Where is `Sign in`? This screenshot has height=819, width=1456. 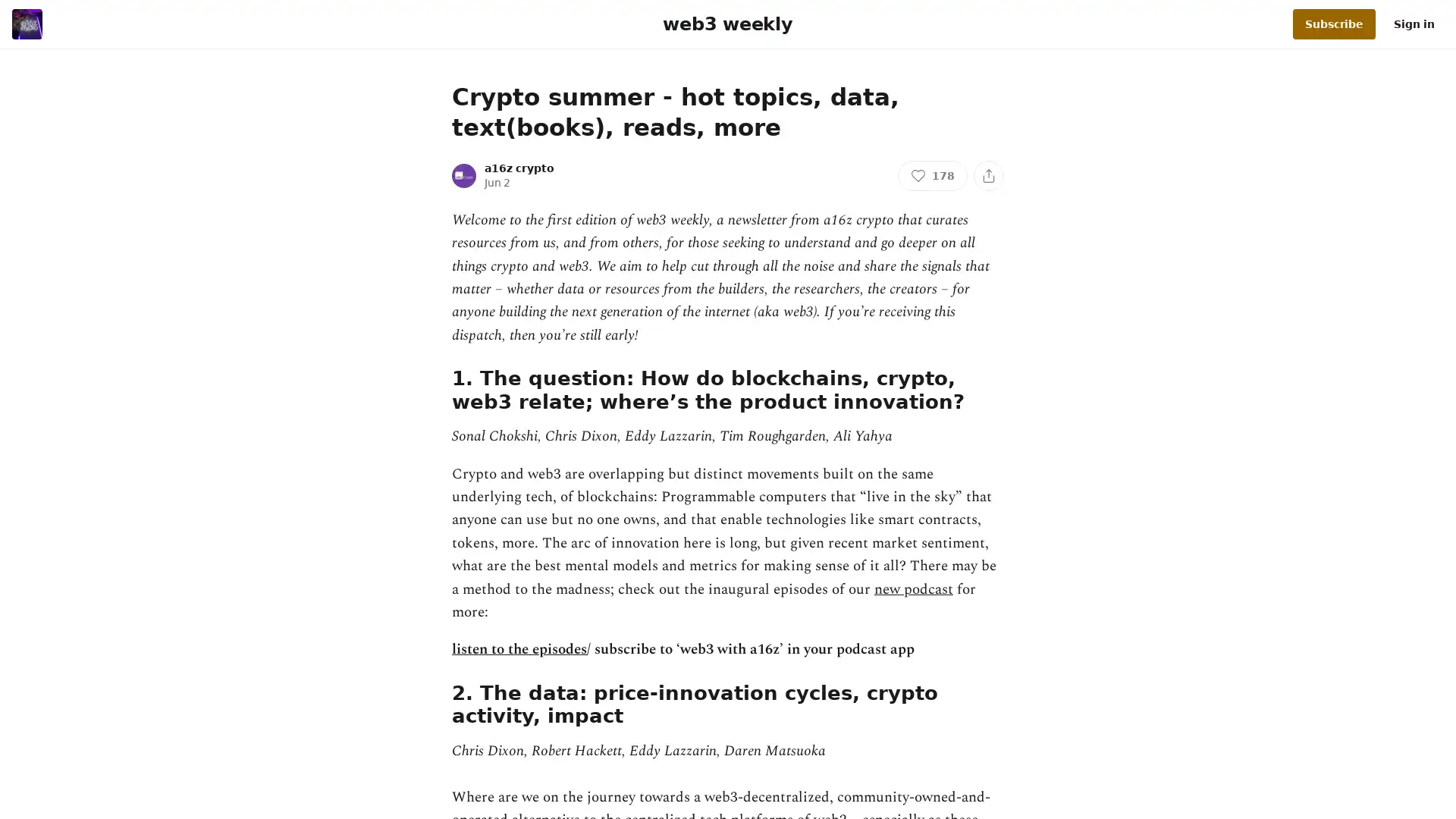
Sign in is located at coordinates (1414, 24).